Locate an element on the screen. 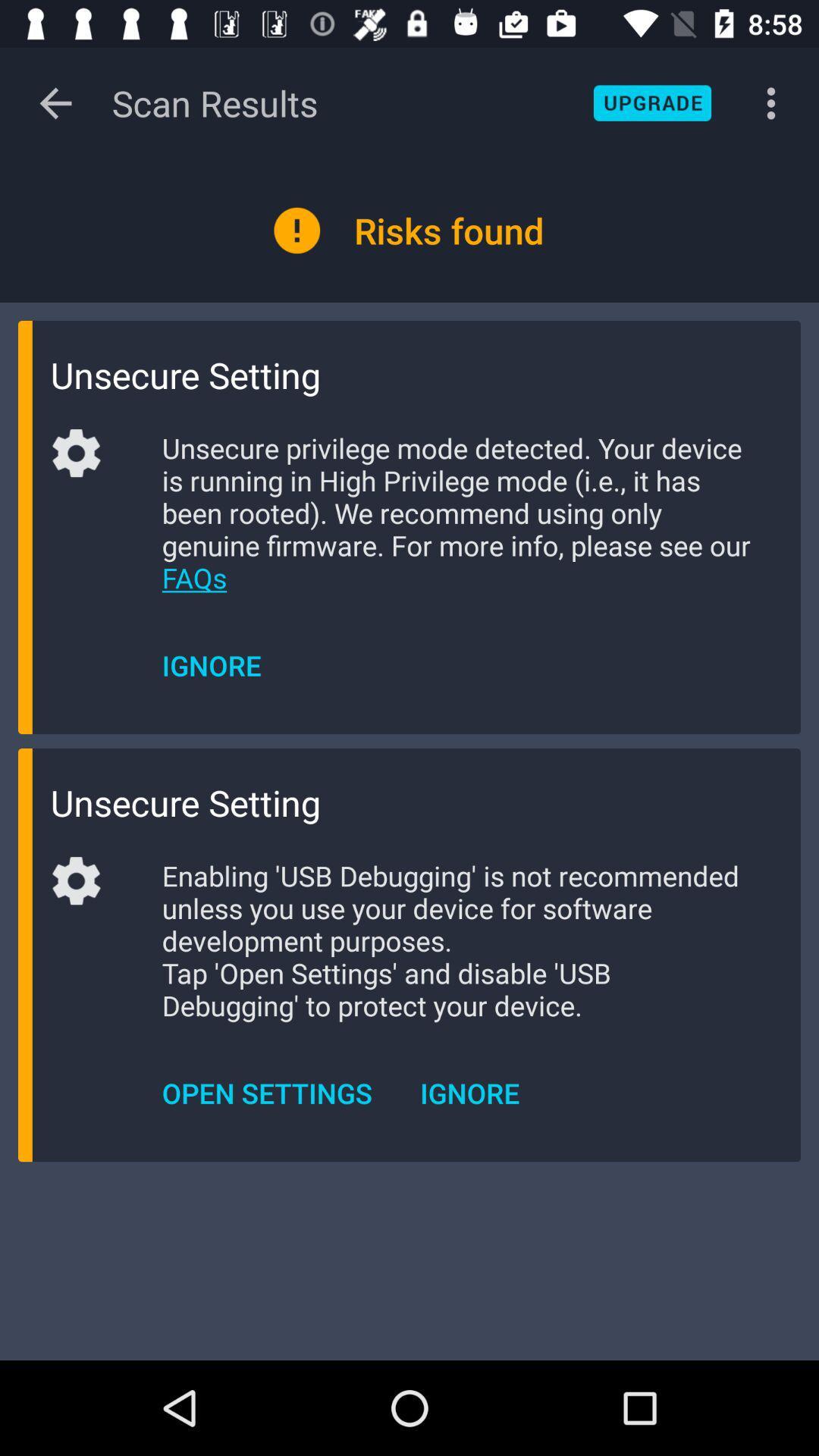  the button on the top right corner of the web page is located at coordinates (771, 103).